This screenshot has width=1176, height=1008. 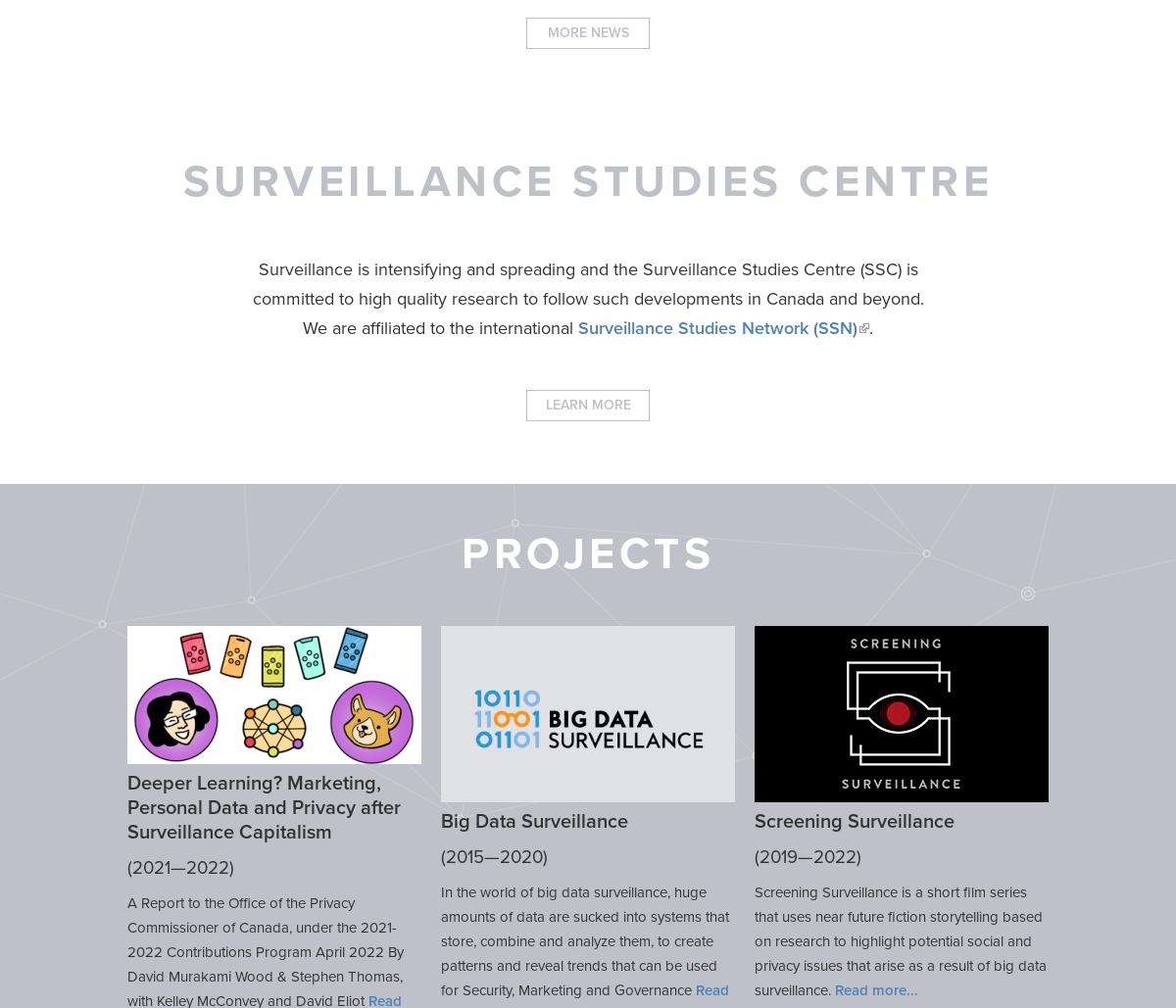 I want to click on 'Screening Surveillance is a short film series that uses near future fiction storytelling based on research to highlight potential social and privacy issues that arise as a result of big data surveillance.', so click(x=900, y=939).